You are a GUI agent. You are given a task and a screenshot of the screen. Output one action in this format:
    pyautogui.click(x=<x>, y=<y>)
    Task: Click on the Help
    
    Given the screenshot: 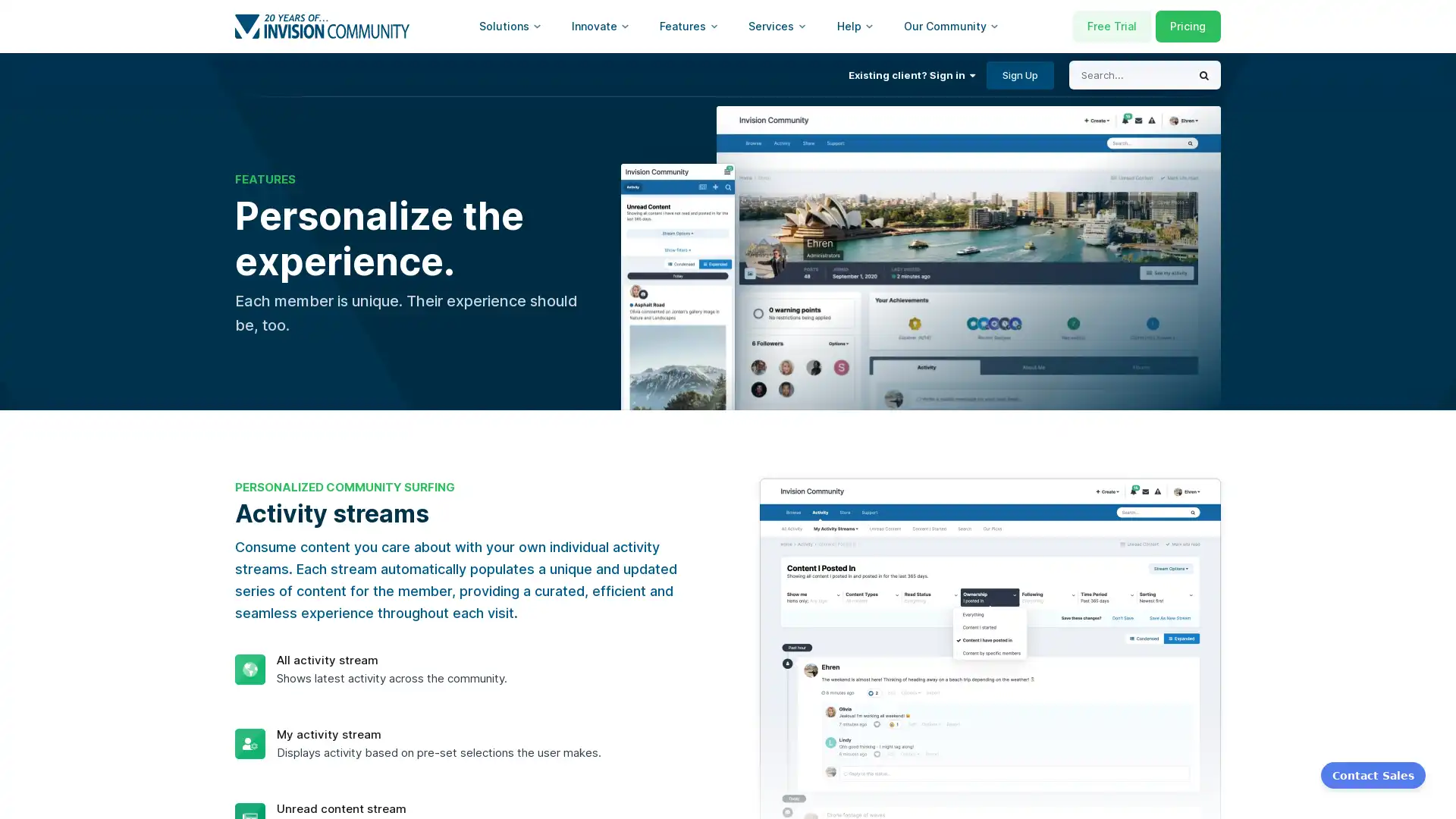 What is the action you would take?
    pyautogui.click(x=855, y=26)
    